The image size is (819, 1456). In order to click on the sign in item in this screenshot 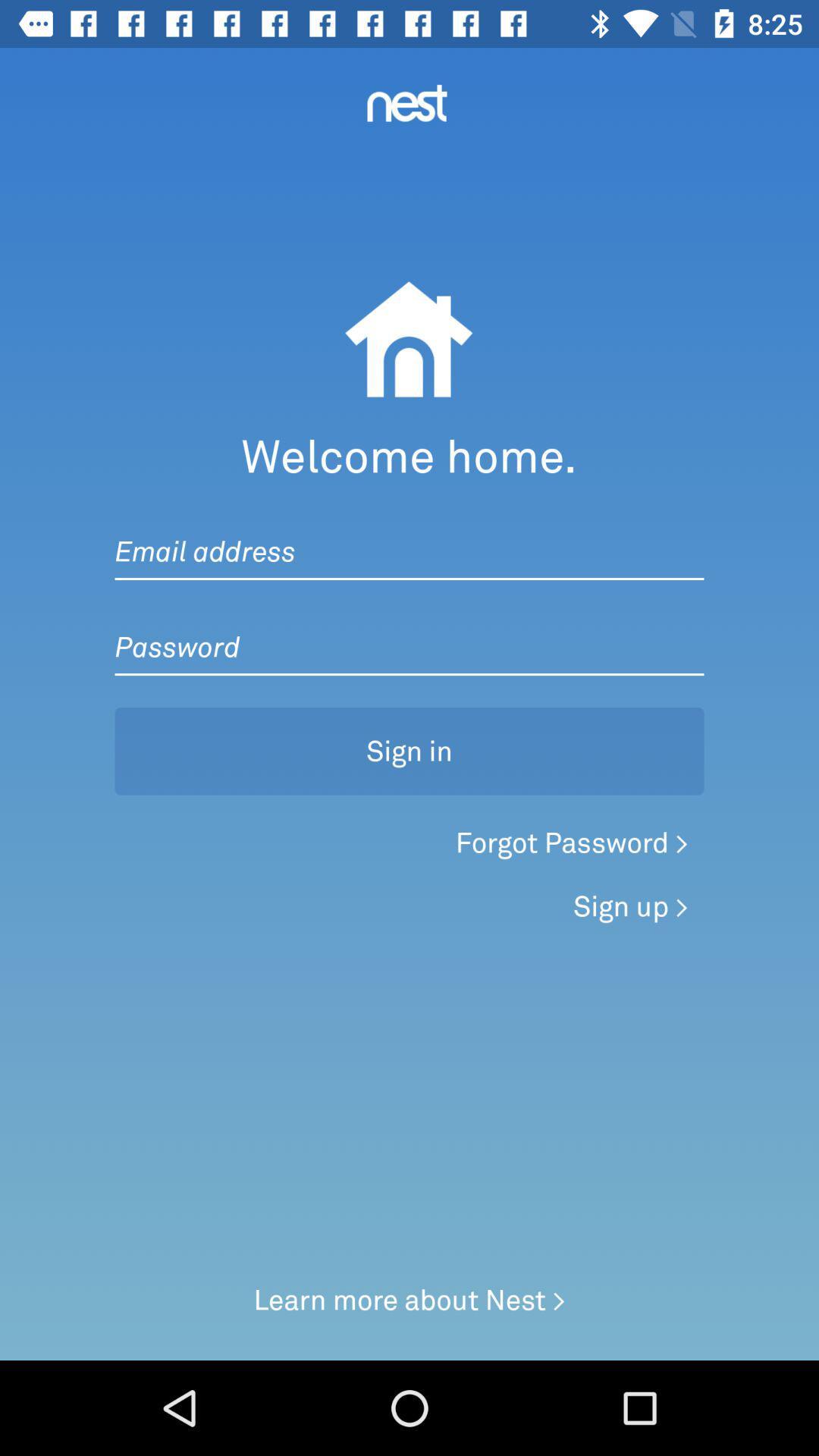, I will do `click(409, 751)`.